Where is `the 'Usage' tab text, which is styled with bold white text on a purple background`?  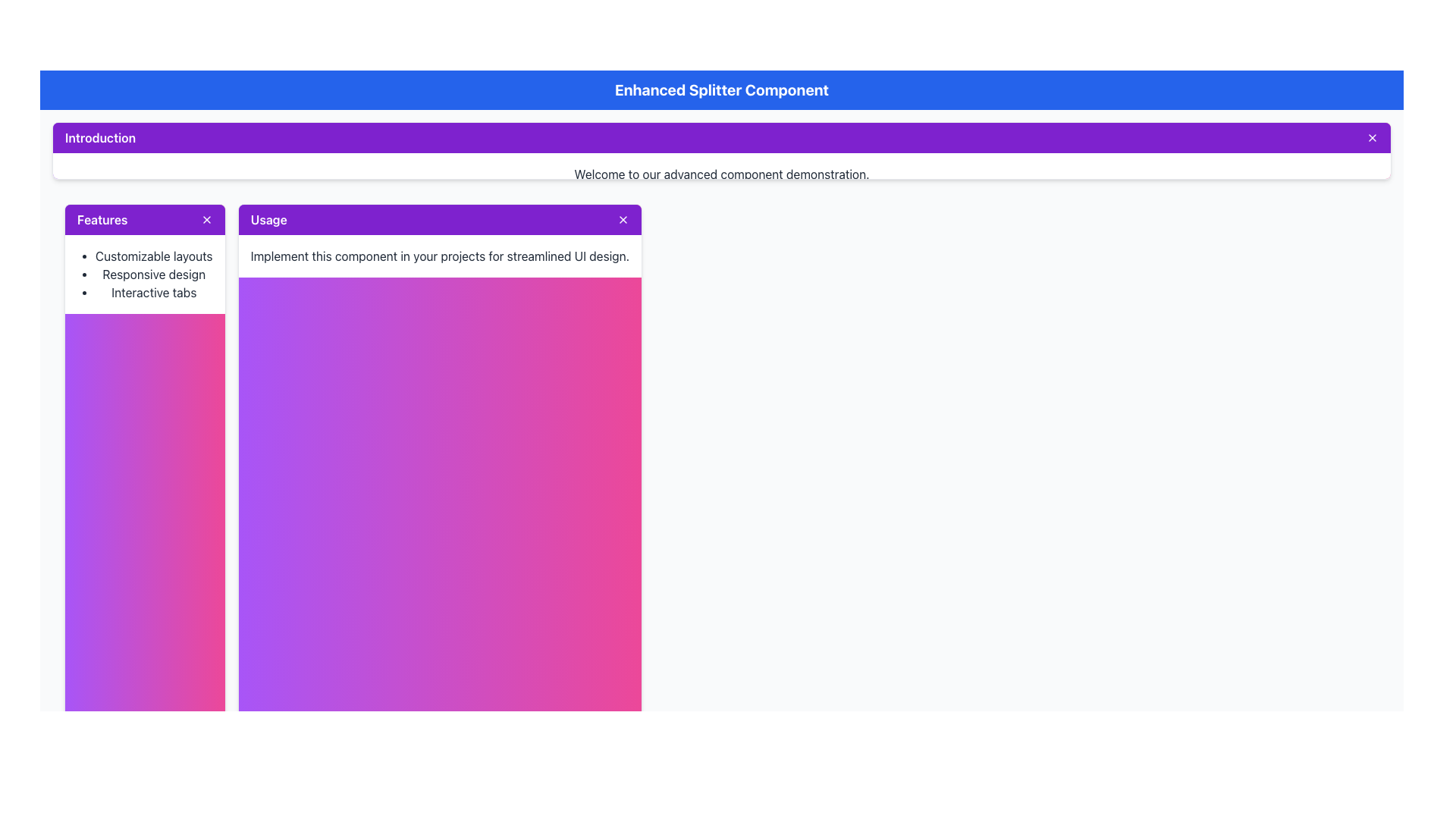 the 'Usage' tab text, which is styled with bold white text on a purple background is located at coordinates (268, 219).